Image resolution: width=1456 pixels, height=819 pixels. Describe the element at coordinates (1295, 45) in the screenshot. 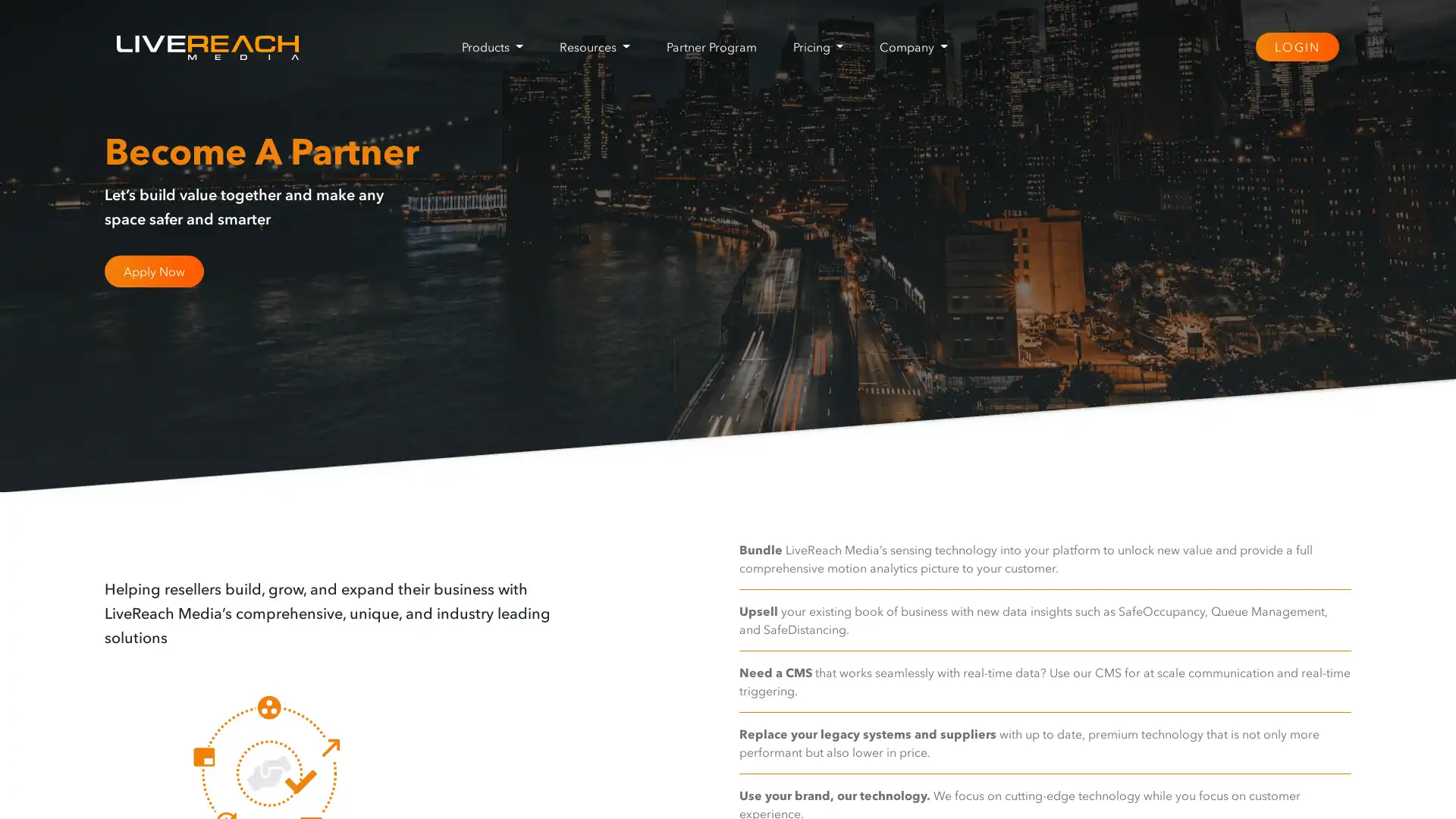

I see `LOGIN` at that location.